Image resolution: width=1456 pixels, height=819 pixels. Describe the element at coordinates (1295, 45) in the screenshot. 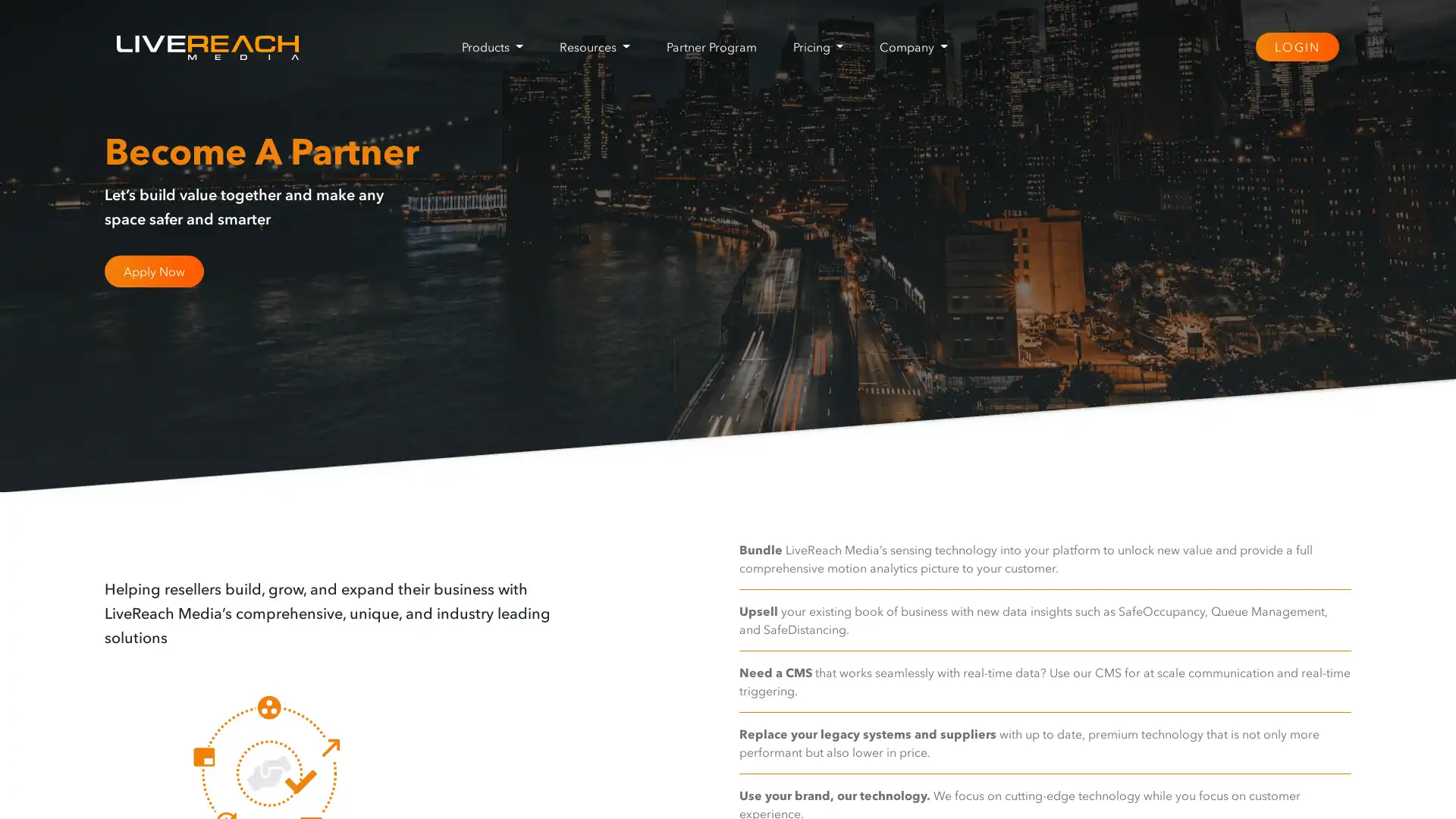

I see `LOGIN` at that location.